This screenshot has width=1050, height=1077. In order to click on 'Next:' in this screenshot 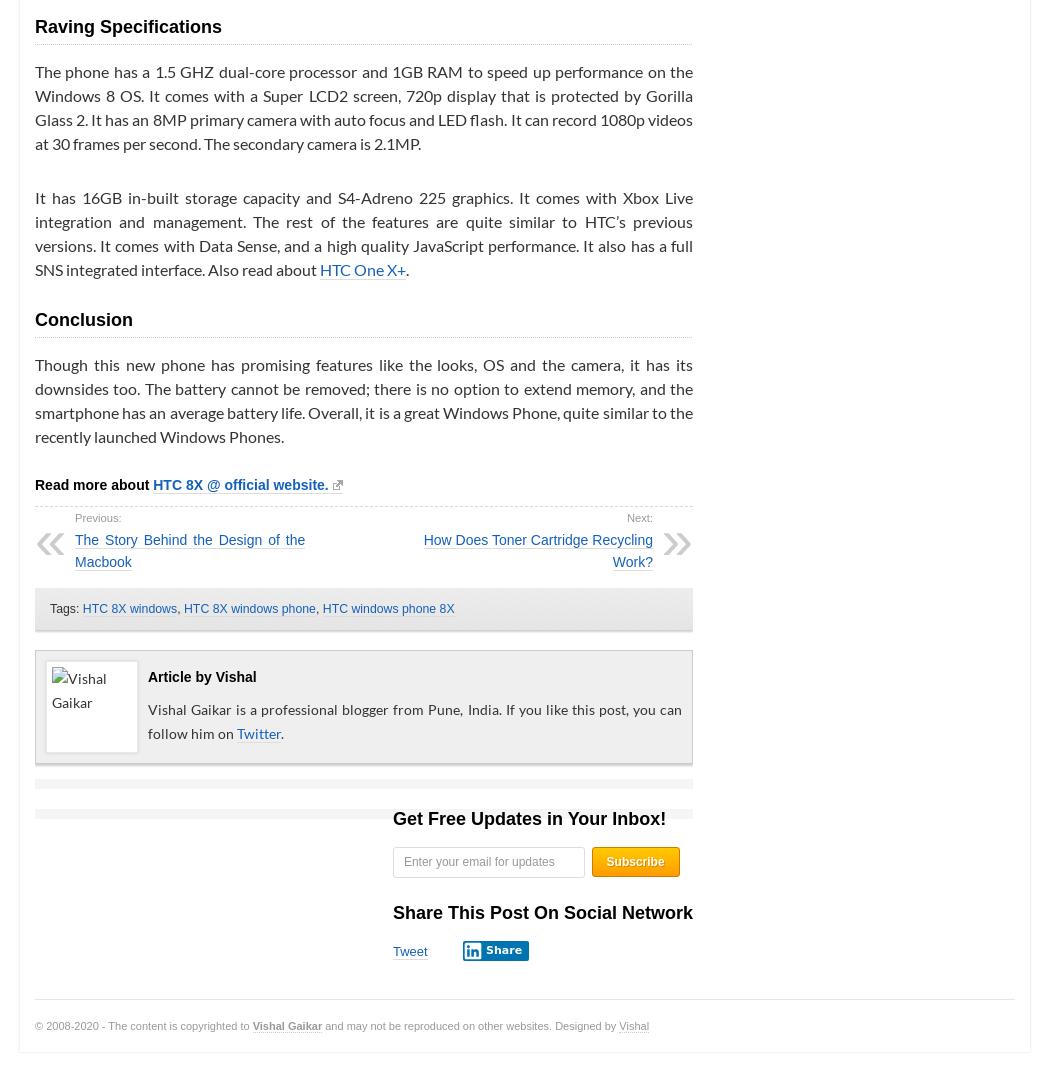, I will do `click(638, 515)`.